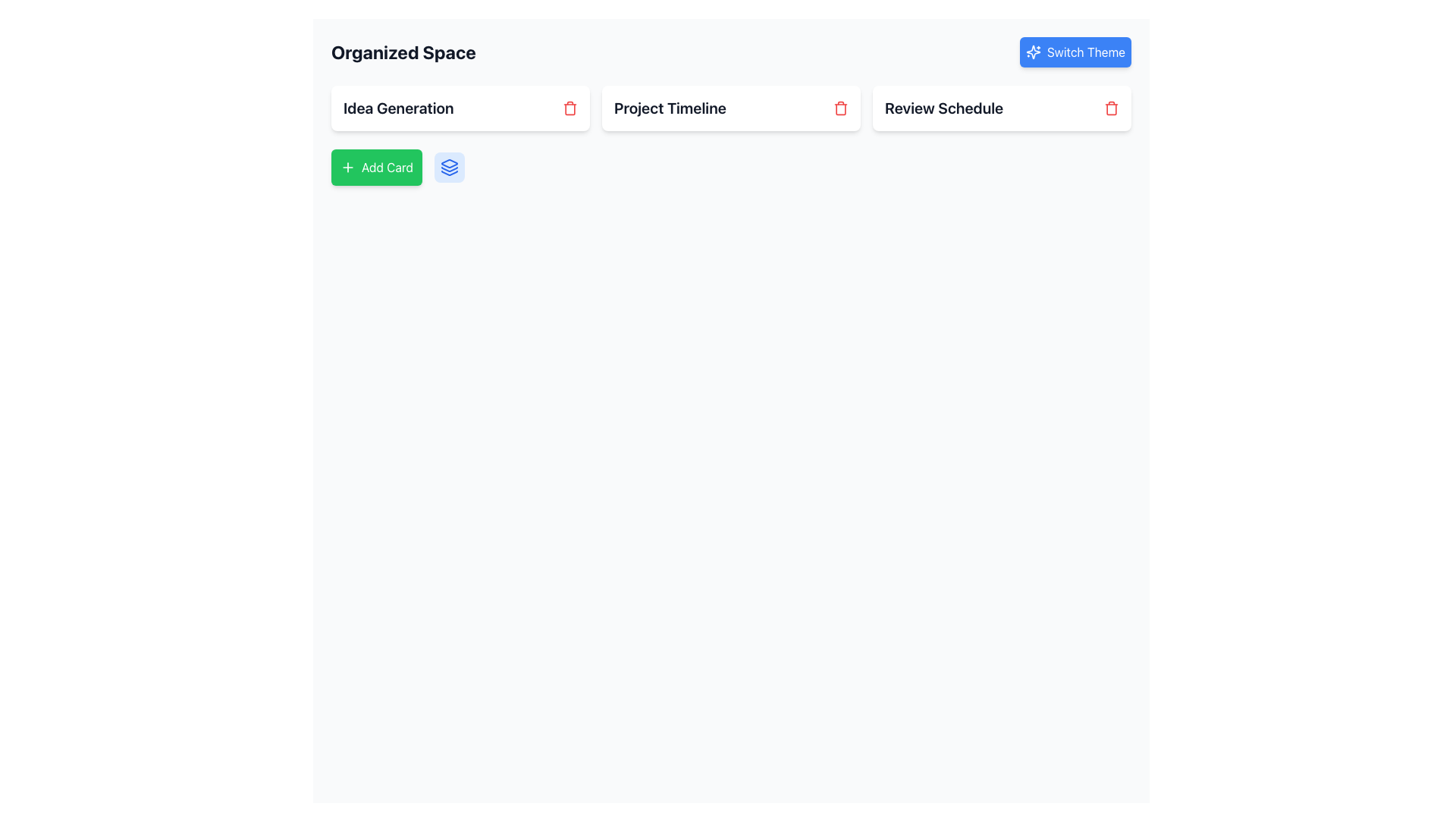 The width and height of the screenshot is (1456, 819). I want to click on the theme switching icon located on the left side of the 'Switch Theme' button, so click(1032, 52).